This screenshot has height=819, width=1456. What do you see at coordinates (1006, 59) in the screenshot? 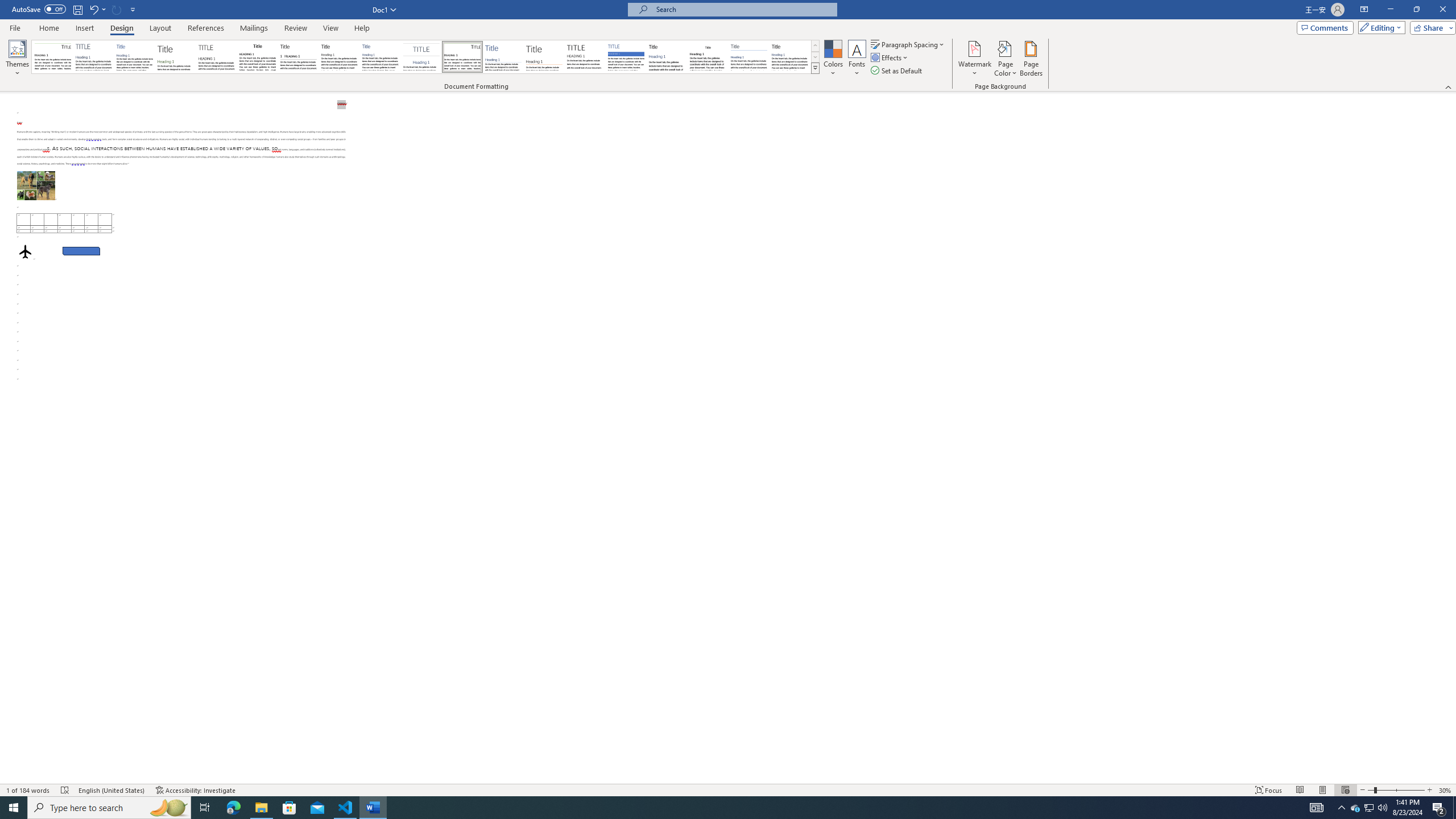
I see `'Page Color'` at bounding box center [1006, 59].